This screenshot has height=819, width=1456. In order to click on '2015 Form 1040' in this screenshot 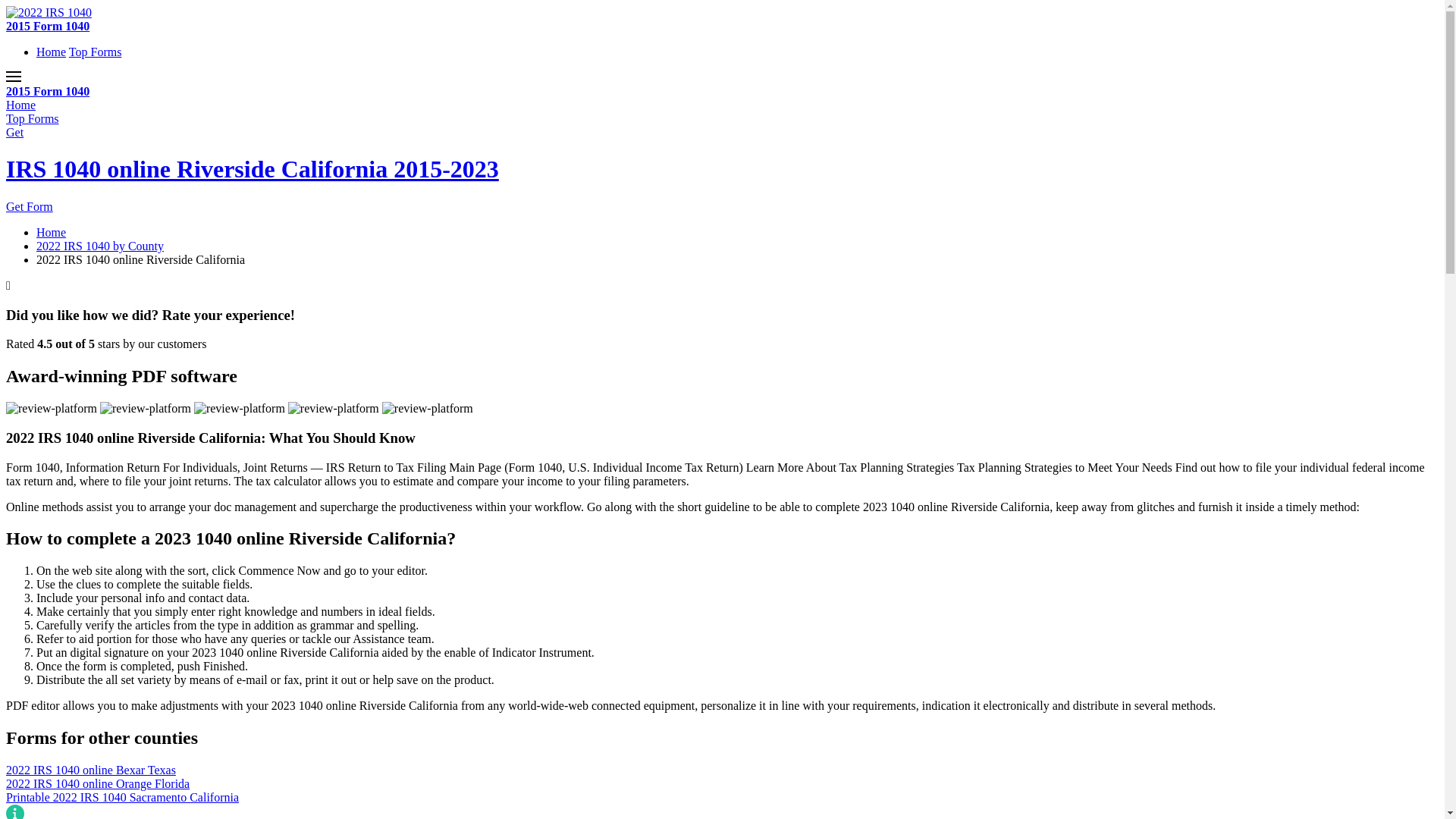, I will do `click(47, 91)`.